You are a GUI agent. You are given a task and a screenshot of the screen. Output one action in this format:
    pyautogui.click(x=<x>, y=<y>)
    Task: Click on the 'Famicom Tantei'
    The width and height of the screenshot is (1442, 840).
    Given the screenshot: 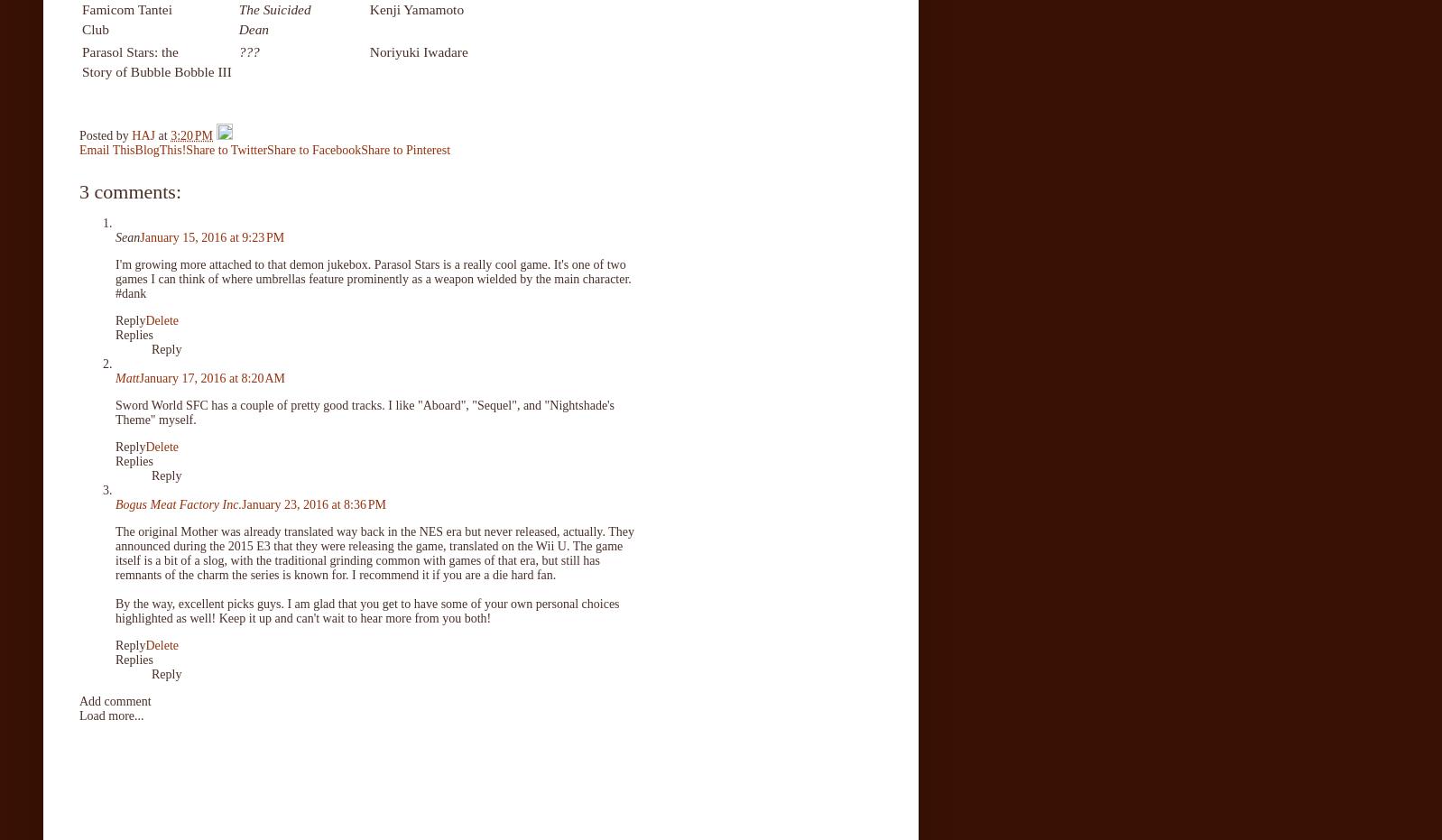 What is the action you would take?
    pyautogui.click(x=125, y=8)
    